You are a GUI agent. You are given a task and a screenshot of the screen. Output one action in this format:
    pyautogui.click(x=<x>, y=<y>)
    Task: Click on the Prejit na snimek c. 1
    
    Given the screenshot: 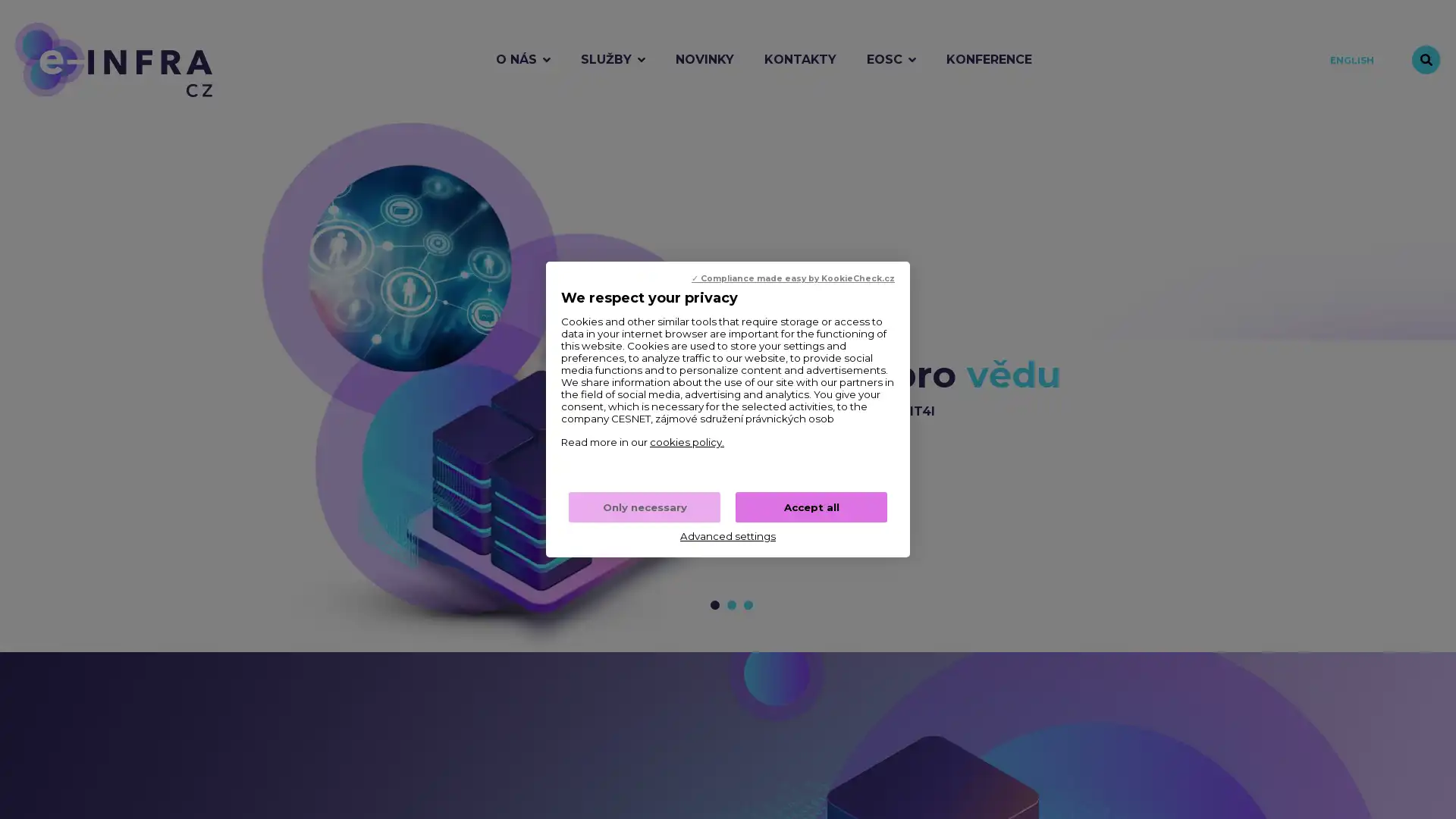 What is the action you would take?
    pyautogui.click(x=714, y=604)
    